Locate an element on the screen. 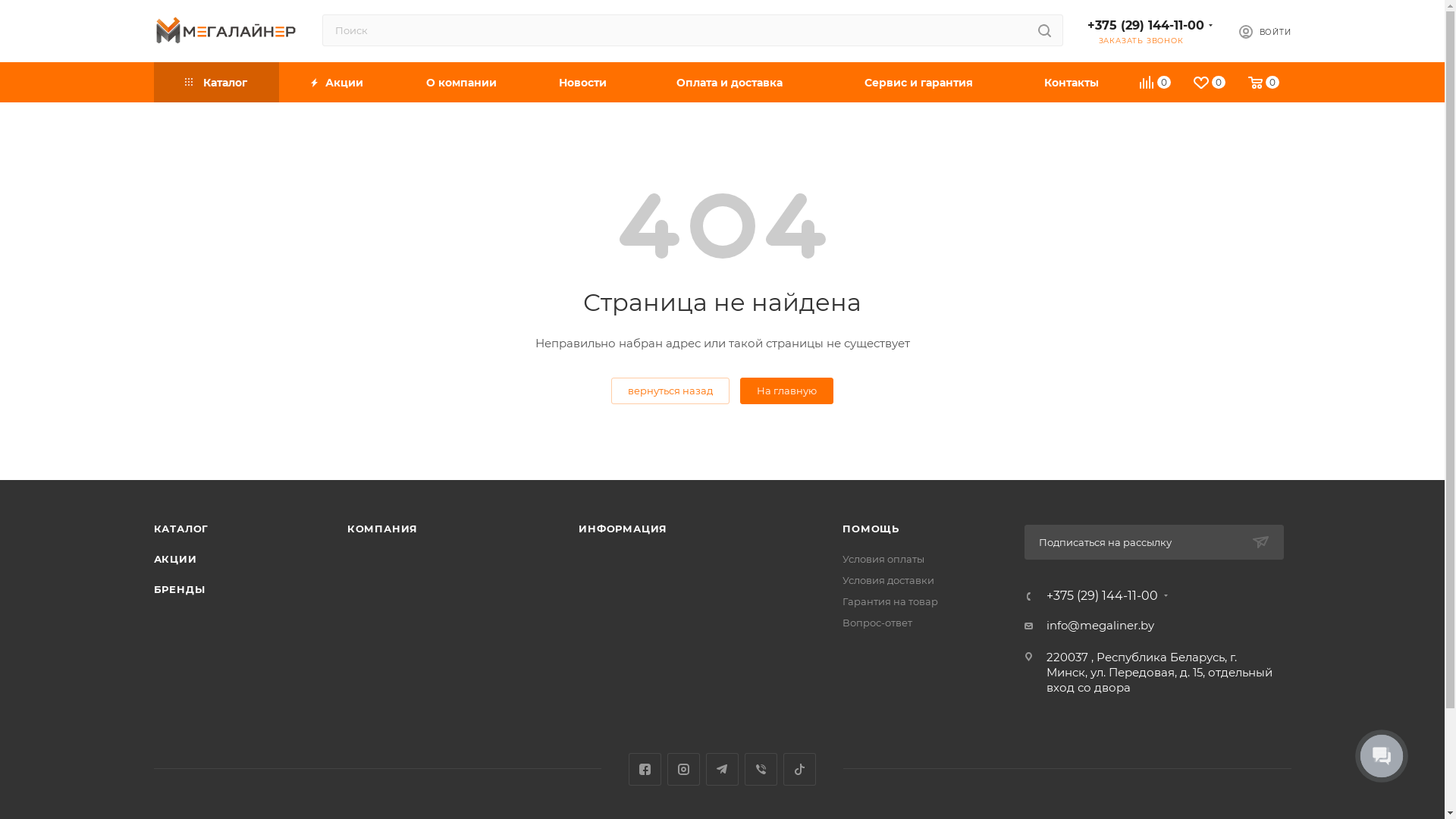 This screenshot has height=819, width=1456. 'Telegram' is located at coordinates (705, 769).